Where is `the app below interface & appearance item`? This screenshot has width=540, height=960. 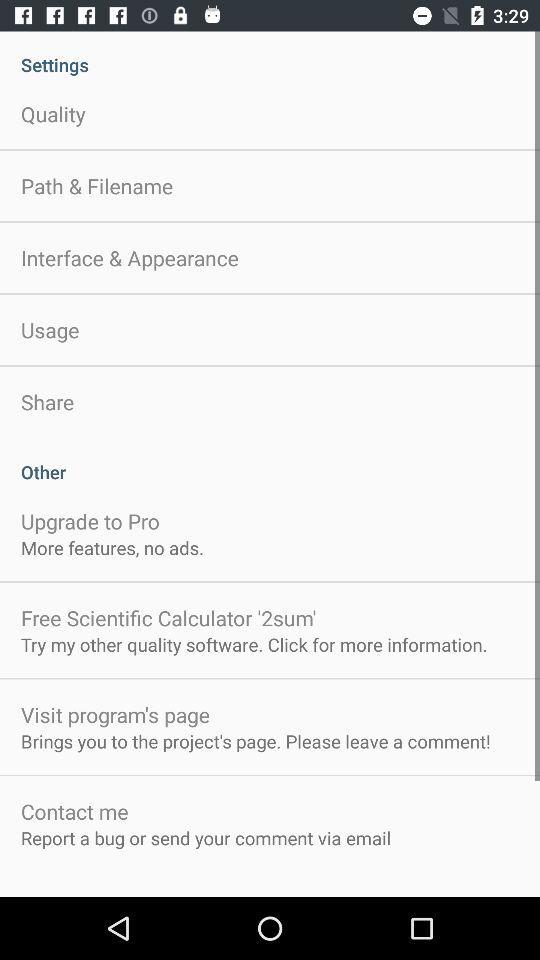
the app below interface & appearance item is located at coordinates (50, 330).